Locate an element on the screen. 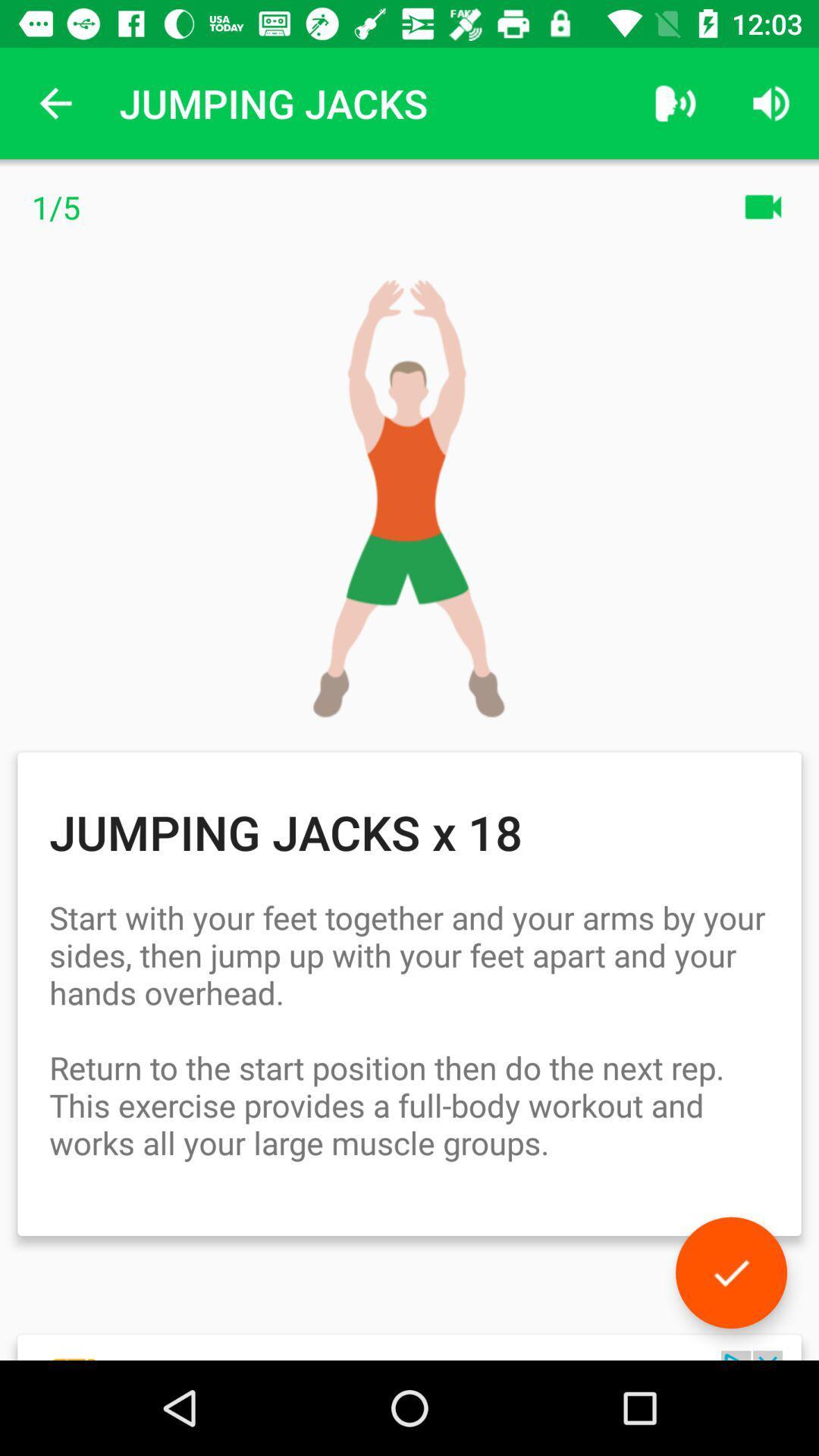  icon below the start with your icon is located at coordinates (730, 1272).